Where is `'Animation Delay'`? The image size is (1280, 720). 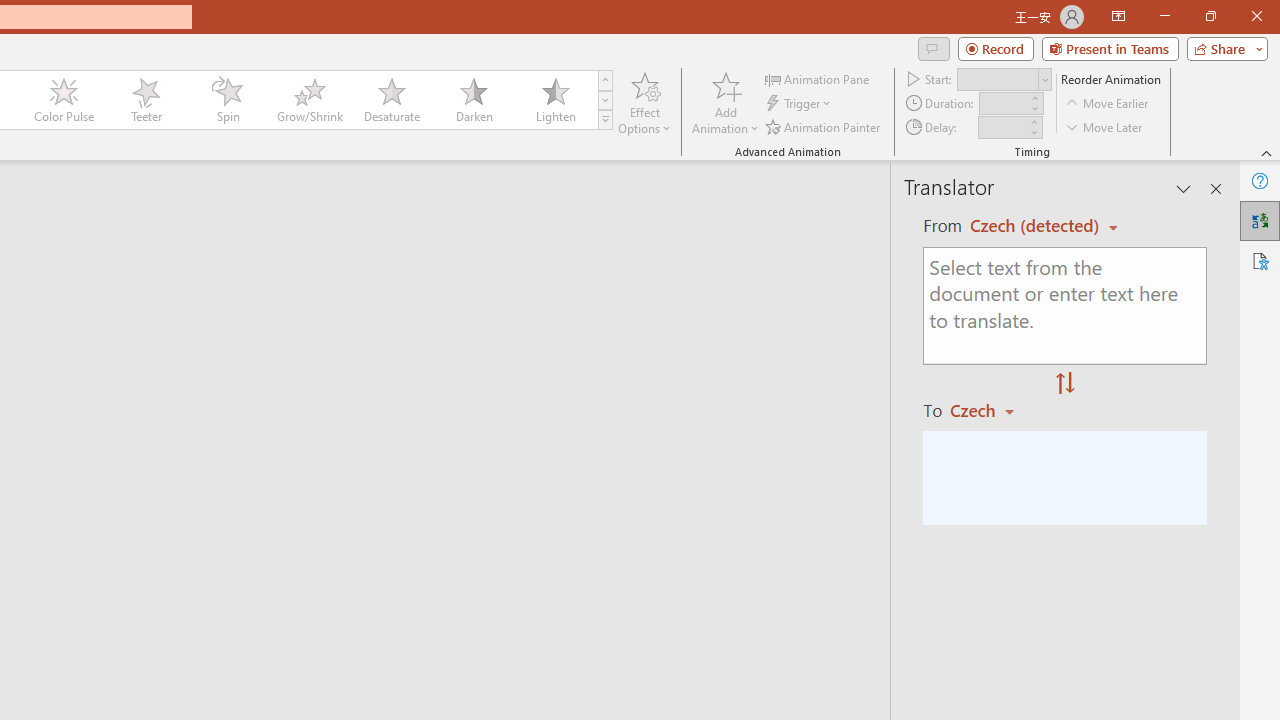
'Animation Delay' is located at coordinates (1002, 127).